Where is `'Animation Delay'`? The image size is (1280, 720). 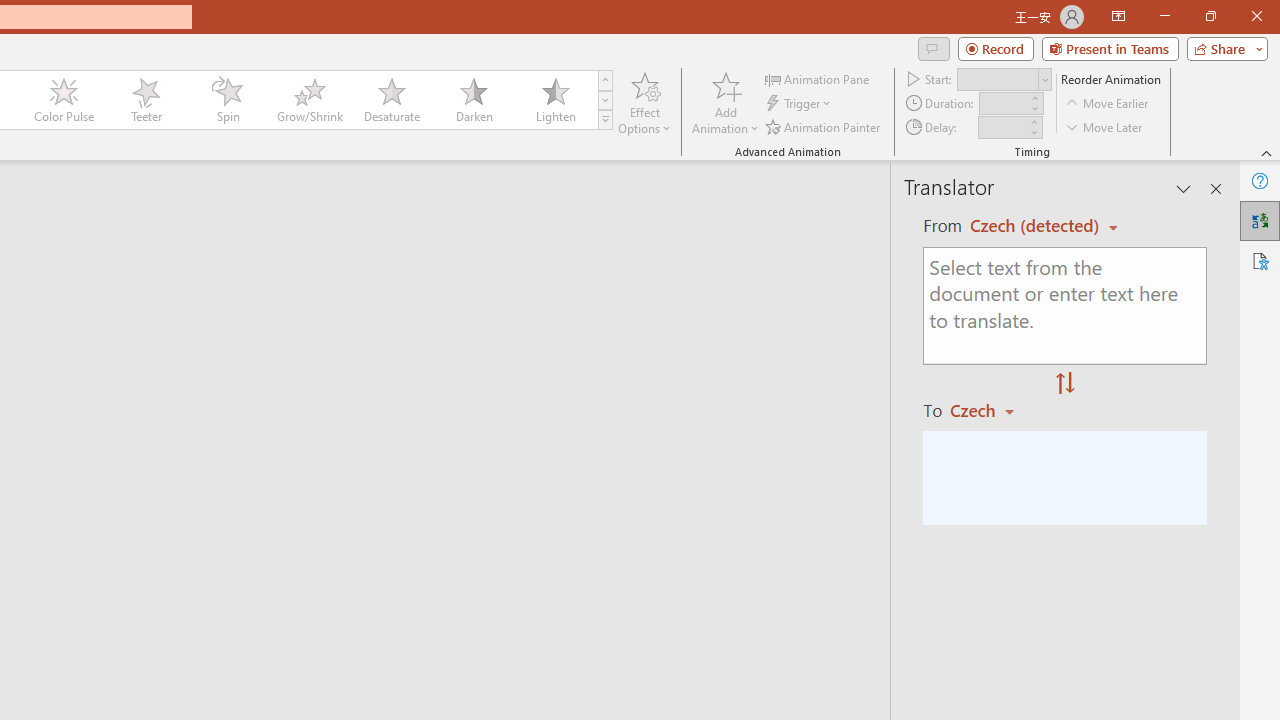
'Animation Delay' is located at coordinates (1002, 127).